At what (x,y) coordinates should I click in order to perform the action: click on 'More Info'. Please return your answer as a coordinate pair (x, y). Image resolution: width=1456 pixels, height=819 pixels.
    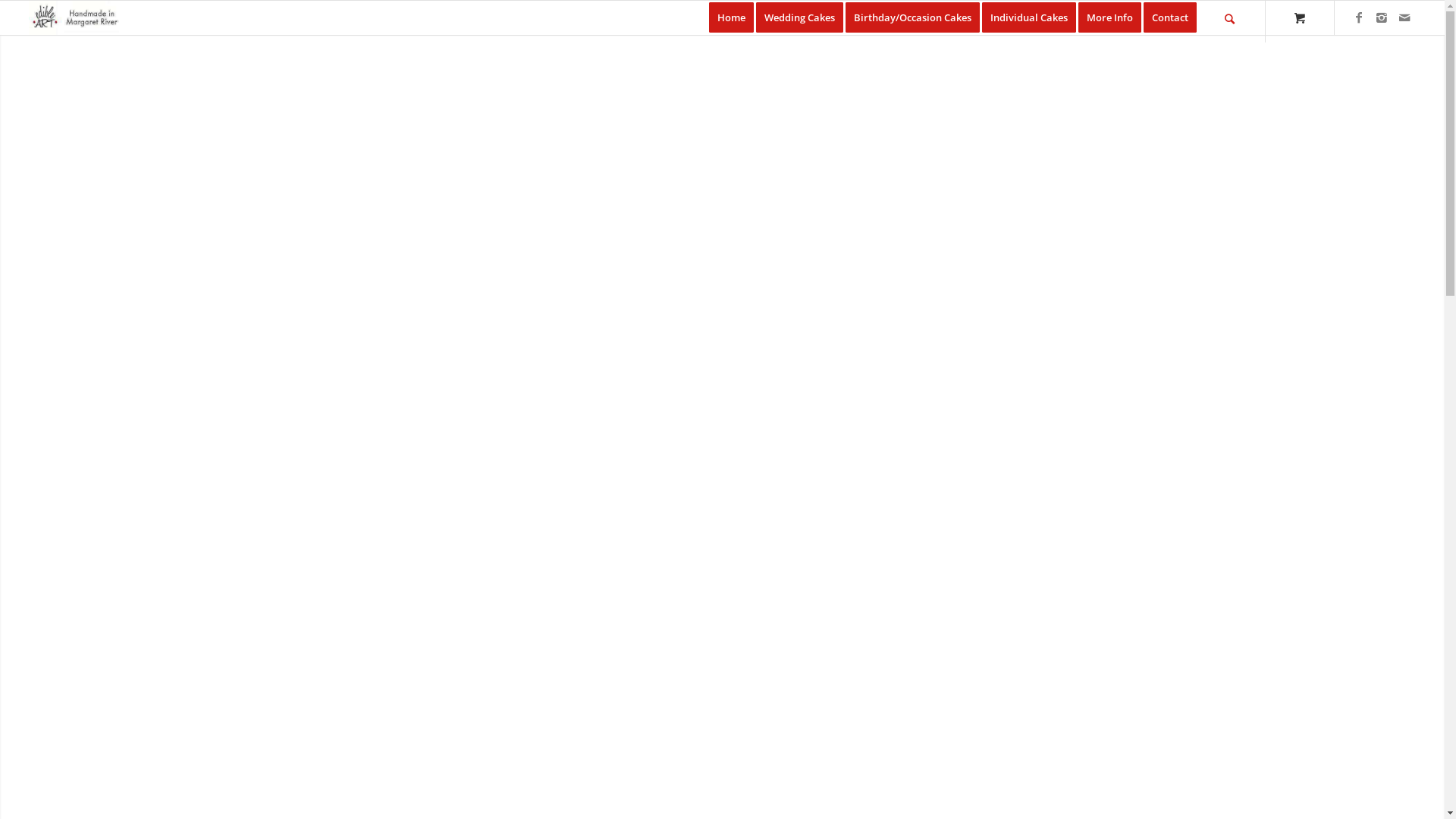
    Looking at the image, I should click on (1114, 17).